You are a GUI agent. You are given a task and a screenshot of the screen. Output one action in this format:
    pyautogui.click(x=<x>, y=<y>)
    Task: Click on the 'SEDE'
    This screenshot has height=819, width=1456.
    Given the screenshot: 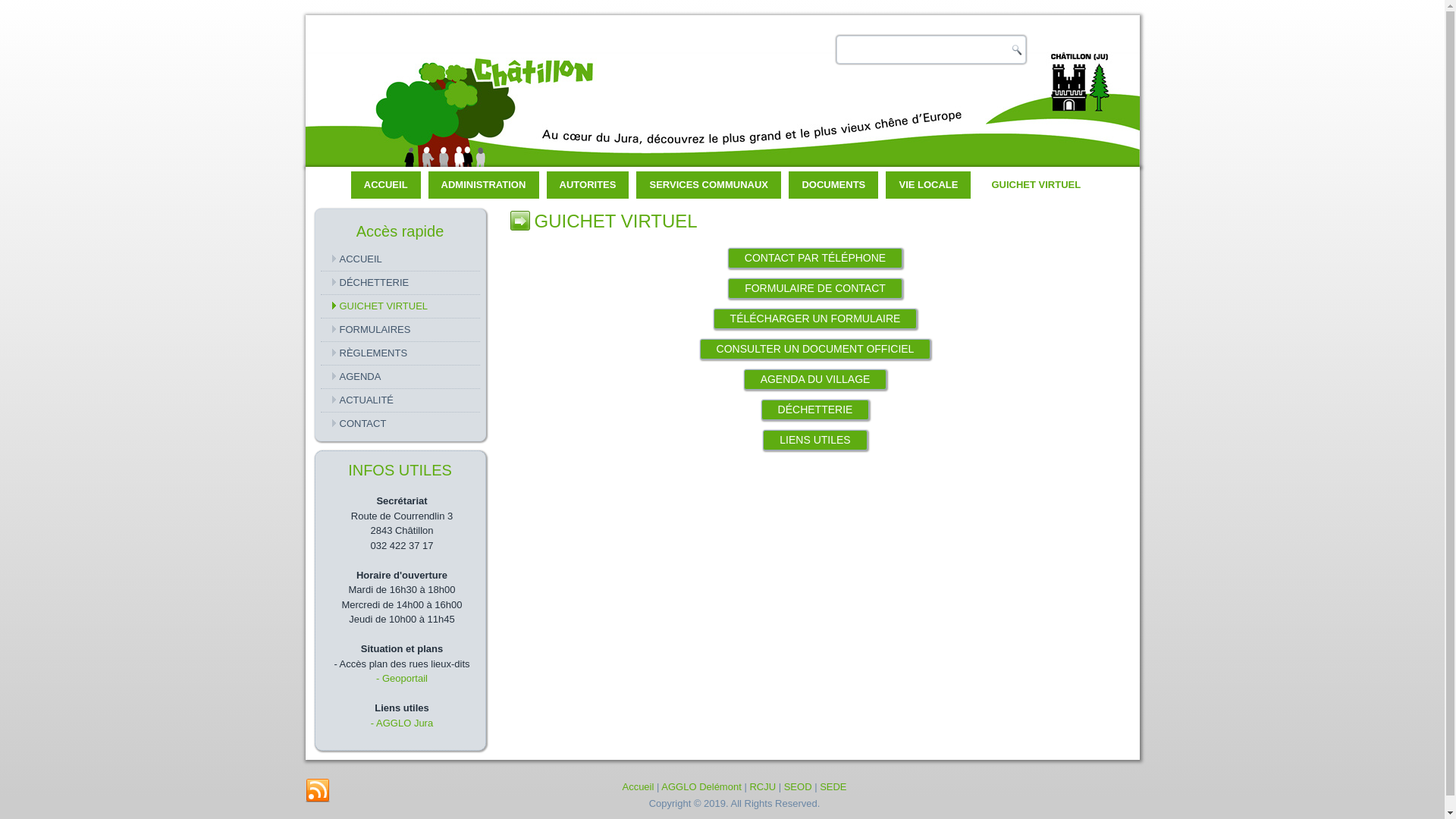 What is the action you would take?
    pyautogui.click(x=832, y=786)
    